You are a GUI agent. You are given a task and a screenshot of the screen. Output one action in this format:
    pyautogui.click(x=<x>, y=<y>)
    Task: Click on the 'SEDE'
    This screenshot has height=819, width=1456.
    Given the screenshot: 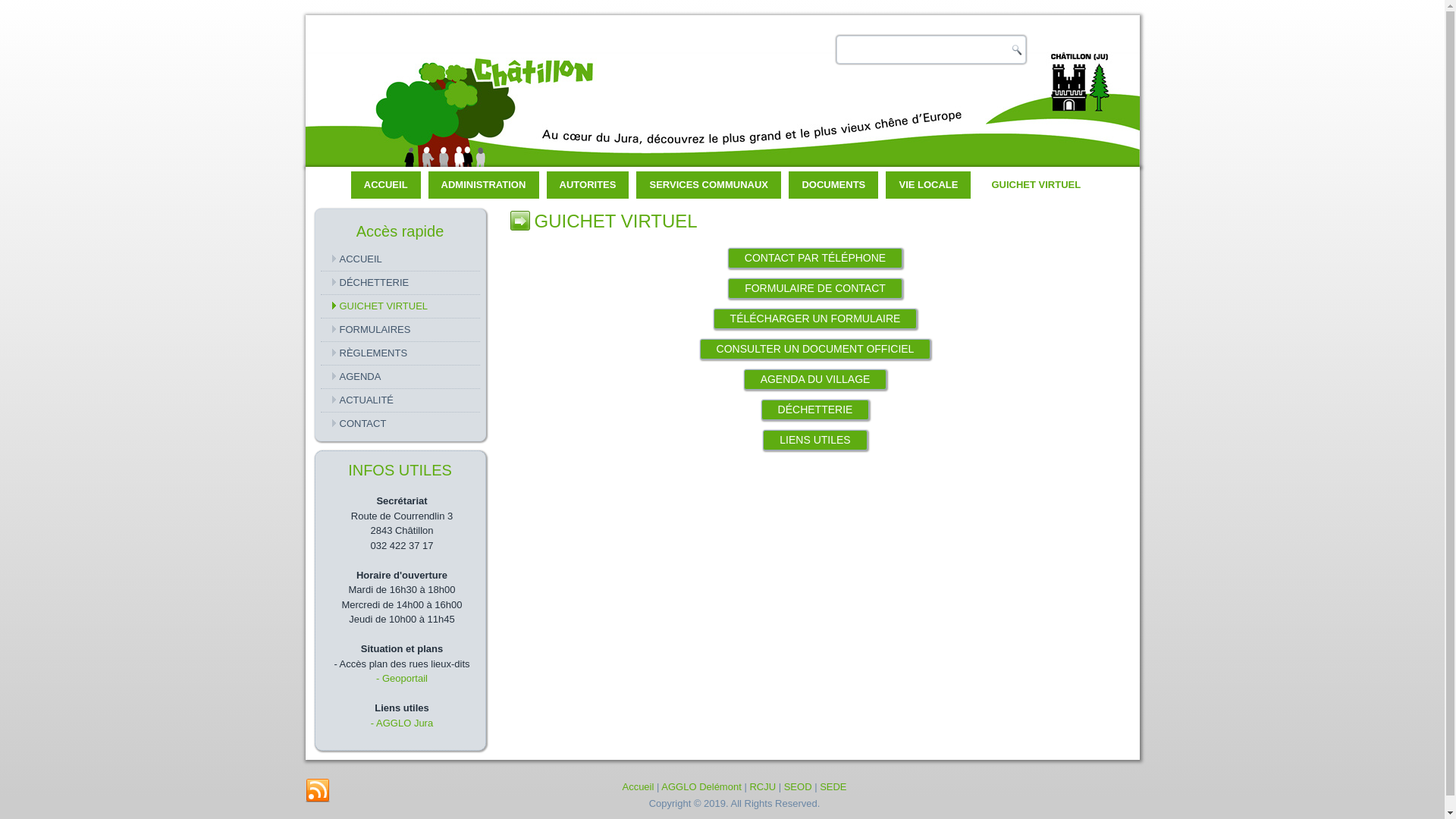 What is the action you would take?
    pyautogui.click(x=832, y=786)
    